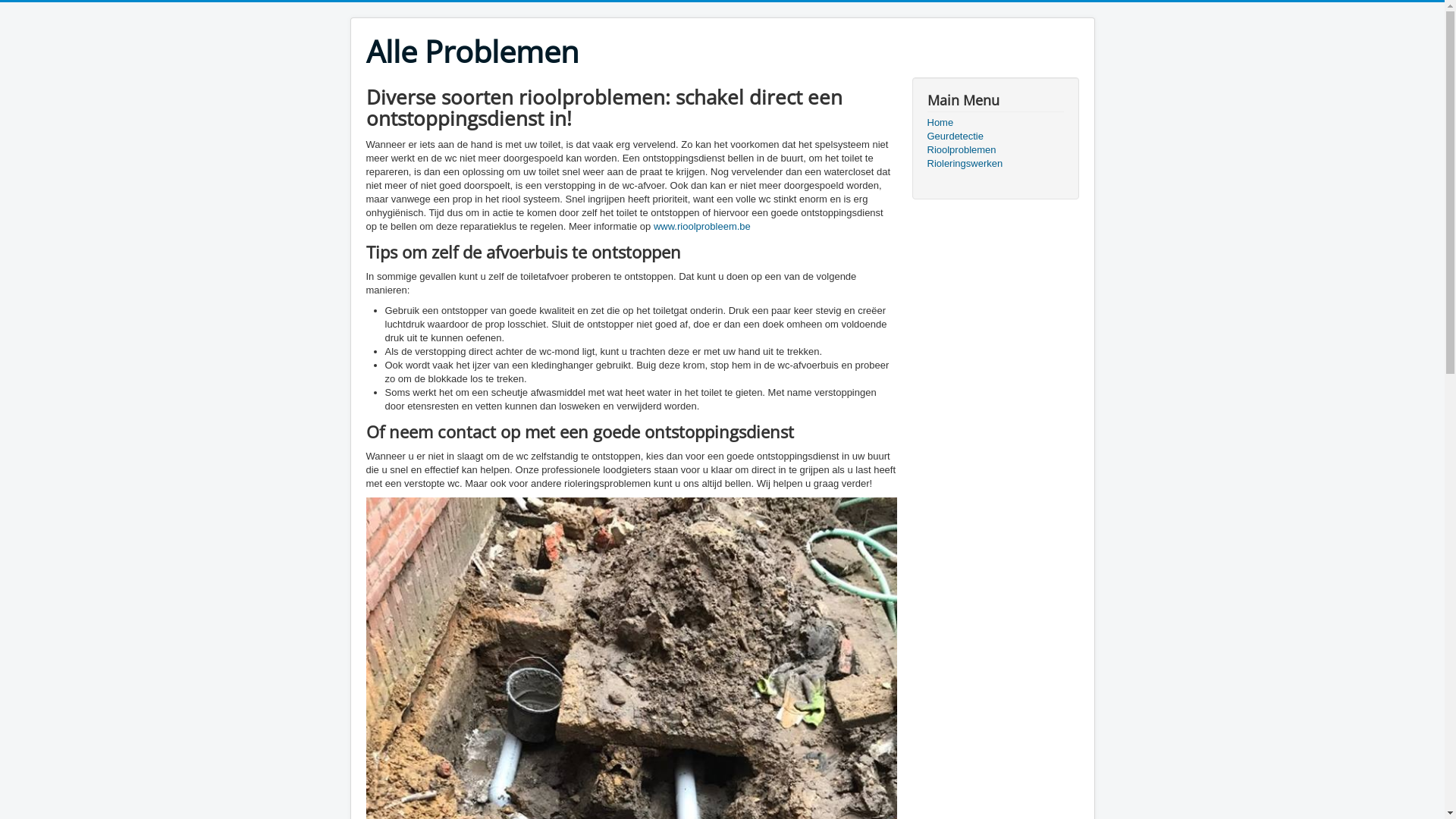  What do you see at coordinates (994, 164) in the screenshot?
I see `'Rioleringswerken'` at bounding box center [994, 164].